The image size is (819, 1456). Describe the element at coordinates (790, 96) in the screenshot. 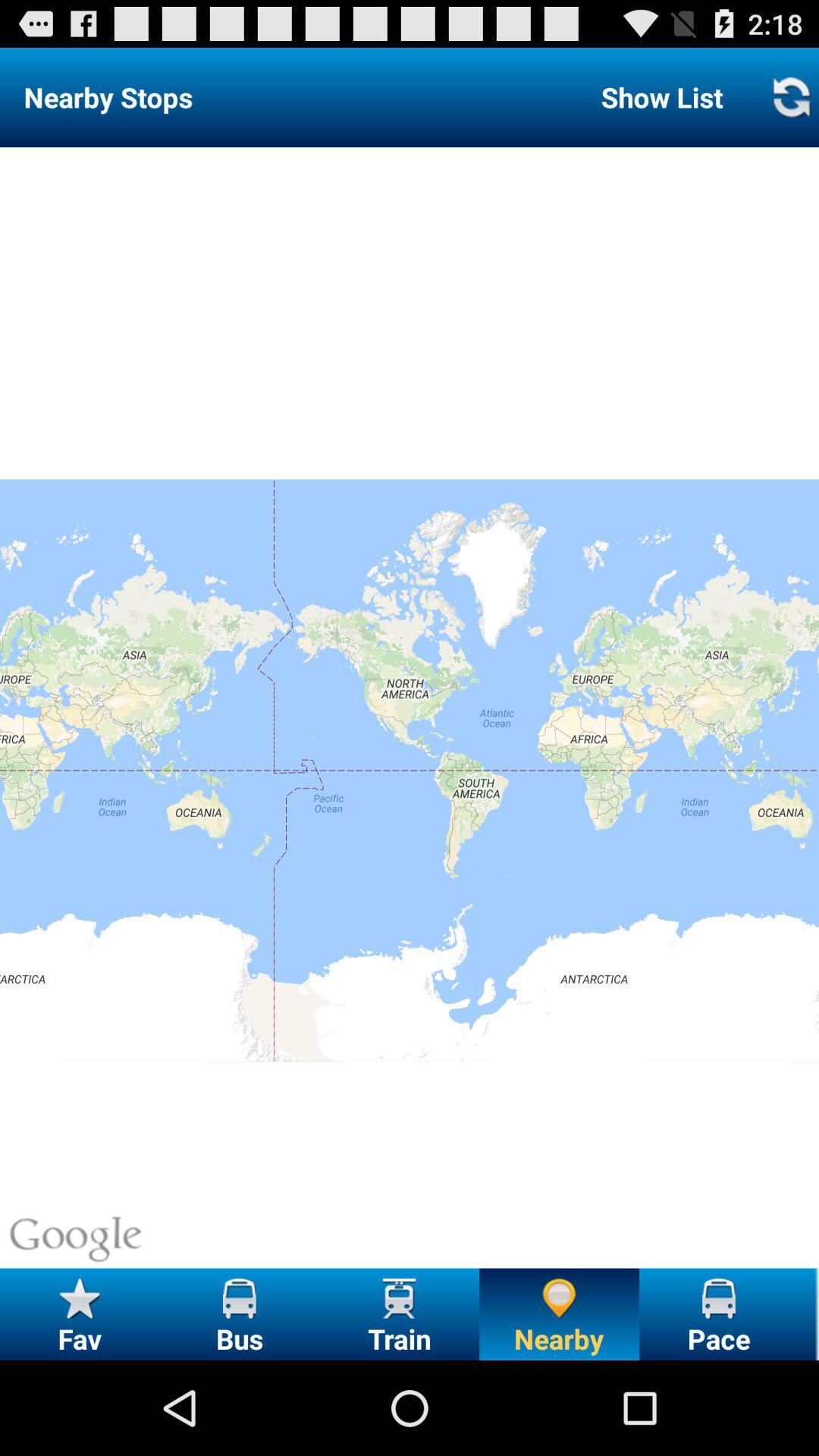

I see `the icon next to the show list icon` at that location.